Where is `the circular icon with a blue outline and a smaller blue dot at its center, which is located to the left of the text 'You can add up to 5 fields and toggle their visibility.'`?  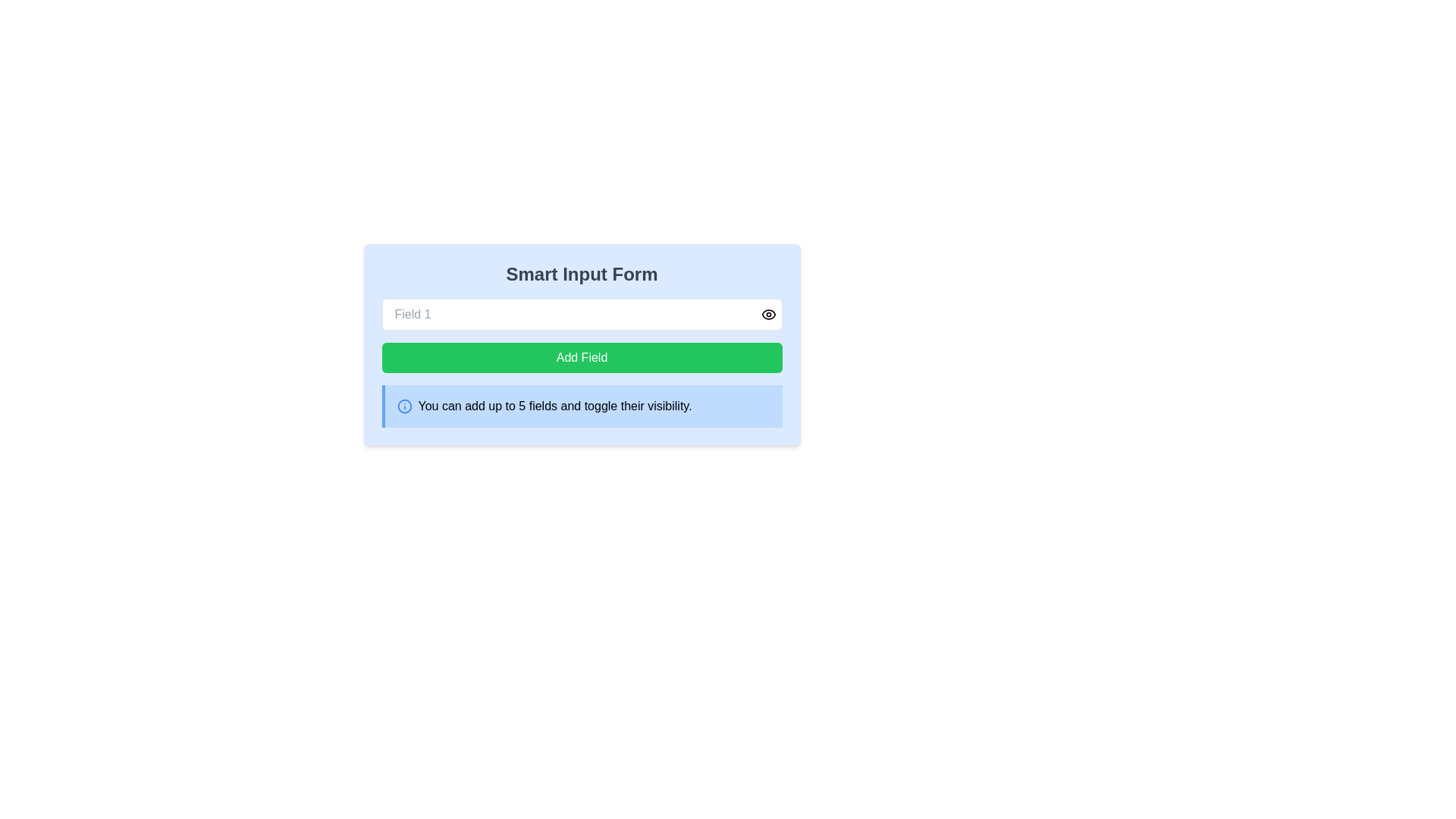 the circular icon with a blue outline and a smaller blue dot at its center, which is located to the left of the text 'You can add up to 5 fields and toggle their visibility.' is located at coordinates (404, 406).